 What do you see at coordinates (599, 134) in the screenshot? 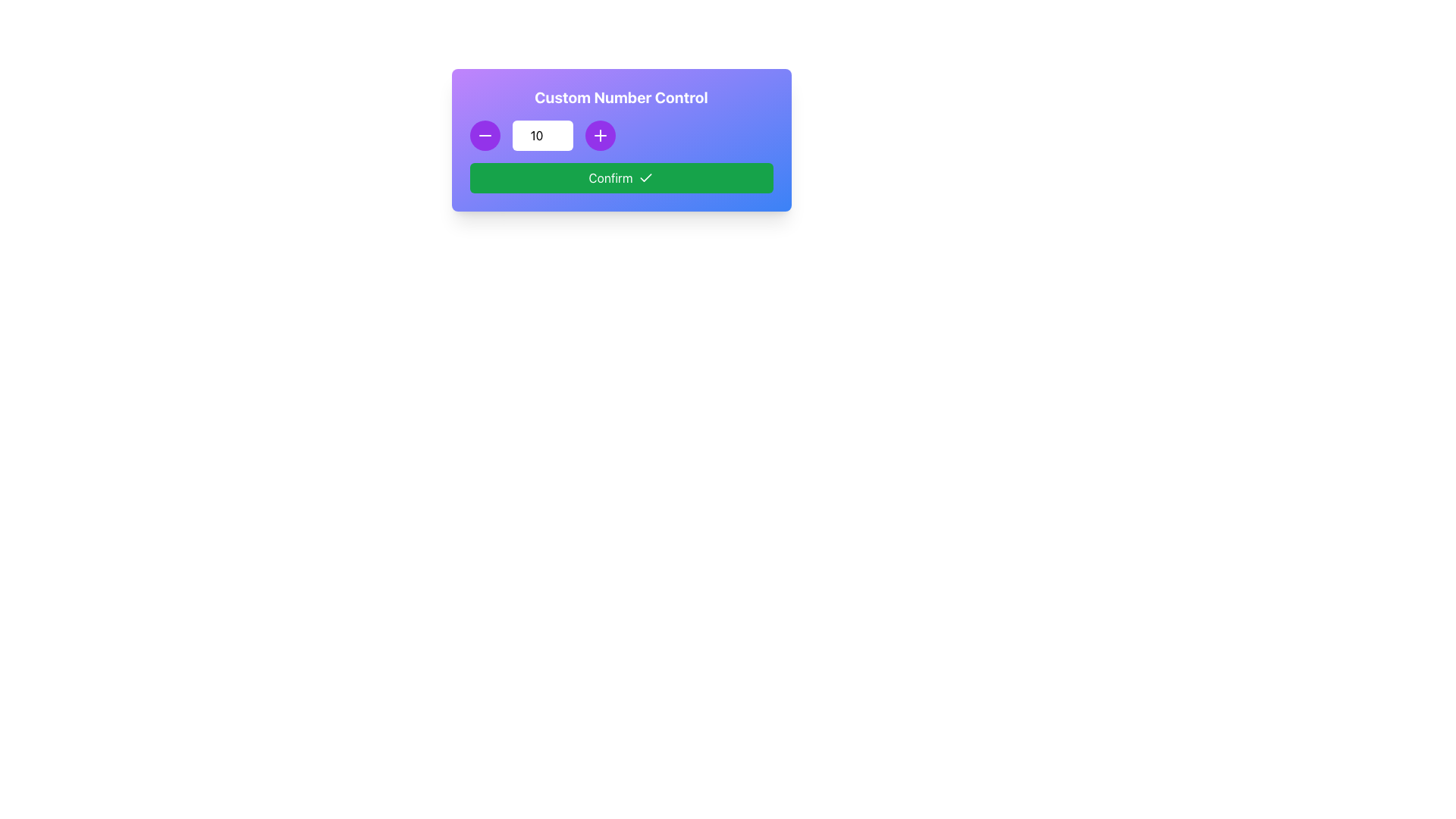
I see `the purple circular button with a white plus sign, located to the right of the numeric input box, for keyboard interaction` at bounding box center [599, 134].